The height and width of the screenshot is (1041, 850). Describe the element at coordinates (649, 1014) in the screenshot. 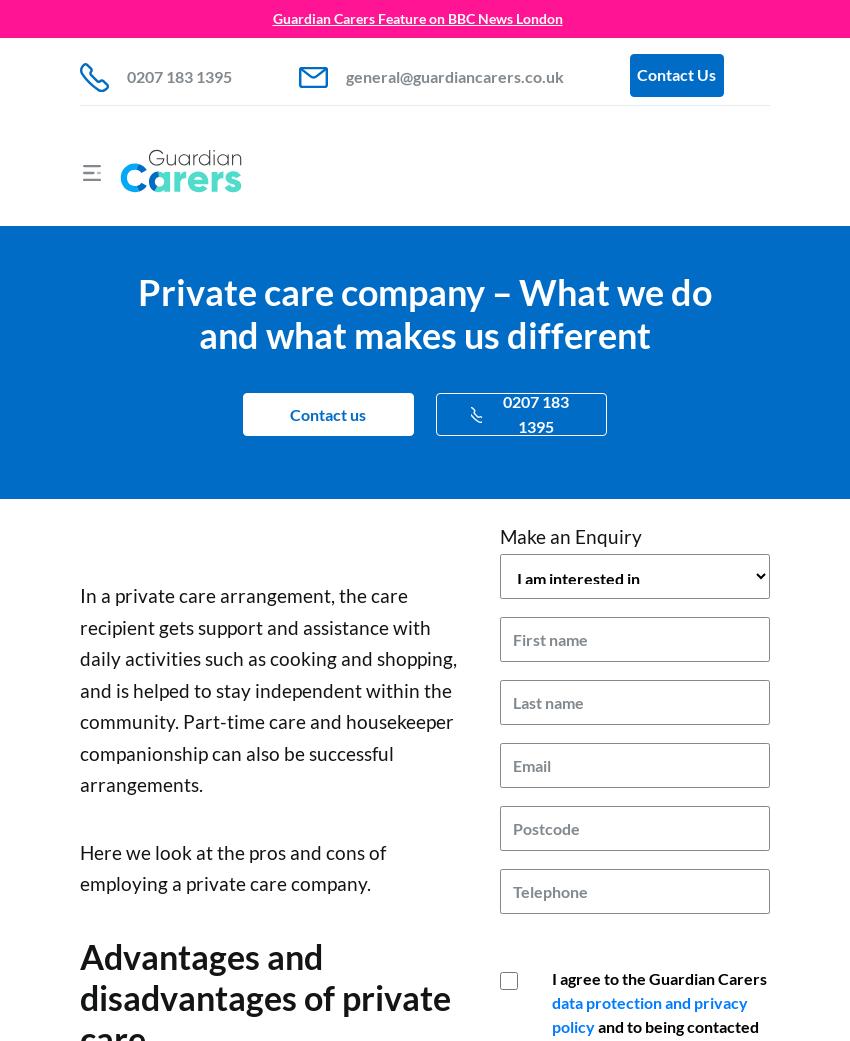

I see `'data protection and privacy policy'` at that location.